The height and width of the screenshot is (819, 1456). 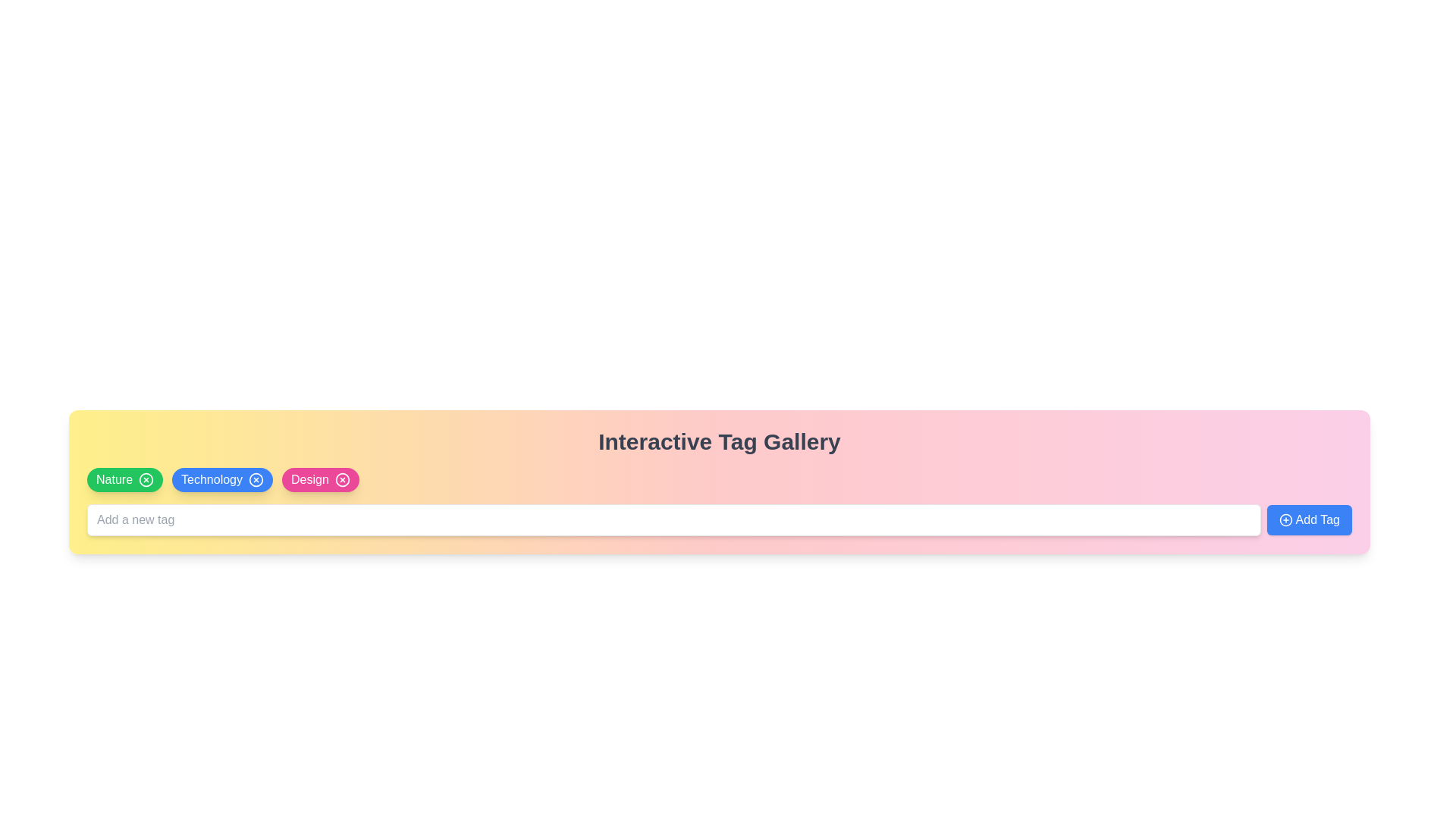 I want to click on the 'Design' text label which is styled with a bold, pink background and white text, located as the third item in a horizontal row of tag elements above the input field, so click(x=309, y=479).